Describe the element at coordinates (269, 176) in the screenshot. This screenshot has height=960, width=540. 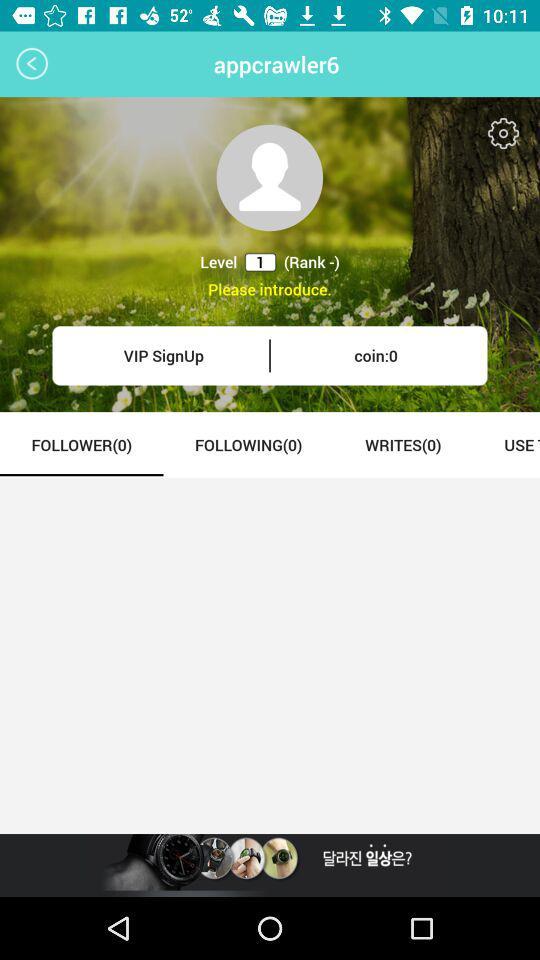
I see `profile picture` at that location.